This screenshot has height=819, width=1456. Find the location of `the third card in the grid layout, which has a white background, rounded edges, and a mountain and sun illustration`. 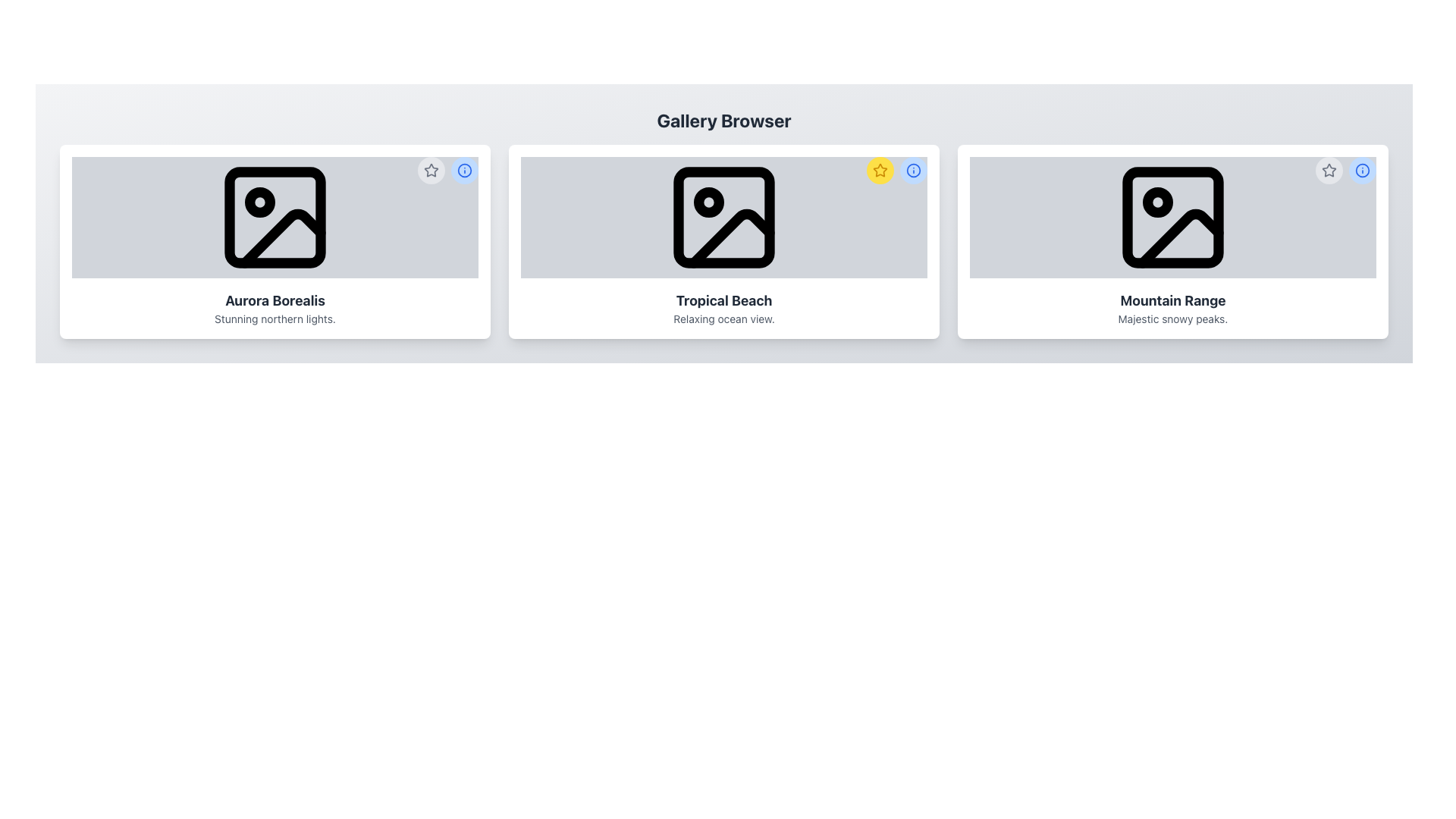

the third card in the grid layout, which has a white background, rounded edges, and a mountain and sun illustration is located at coordinates (1172, 241).